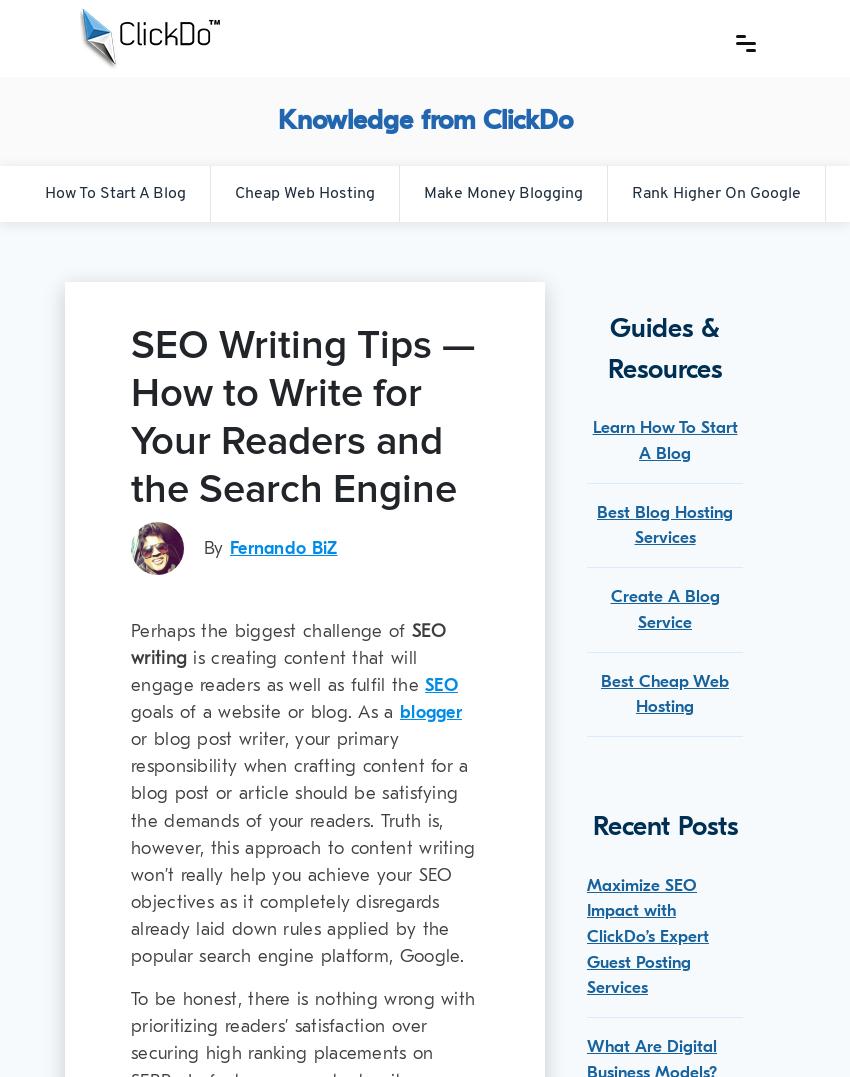 This screenshot has width=850, height=1077. I want to click on 'Cheap Web Hosting', so click(303, 191).